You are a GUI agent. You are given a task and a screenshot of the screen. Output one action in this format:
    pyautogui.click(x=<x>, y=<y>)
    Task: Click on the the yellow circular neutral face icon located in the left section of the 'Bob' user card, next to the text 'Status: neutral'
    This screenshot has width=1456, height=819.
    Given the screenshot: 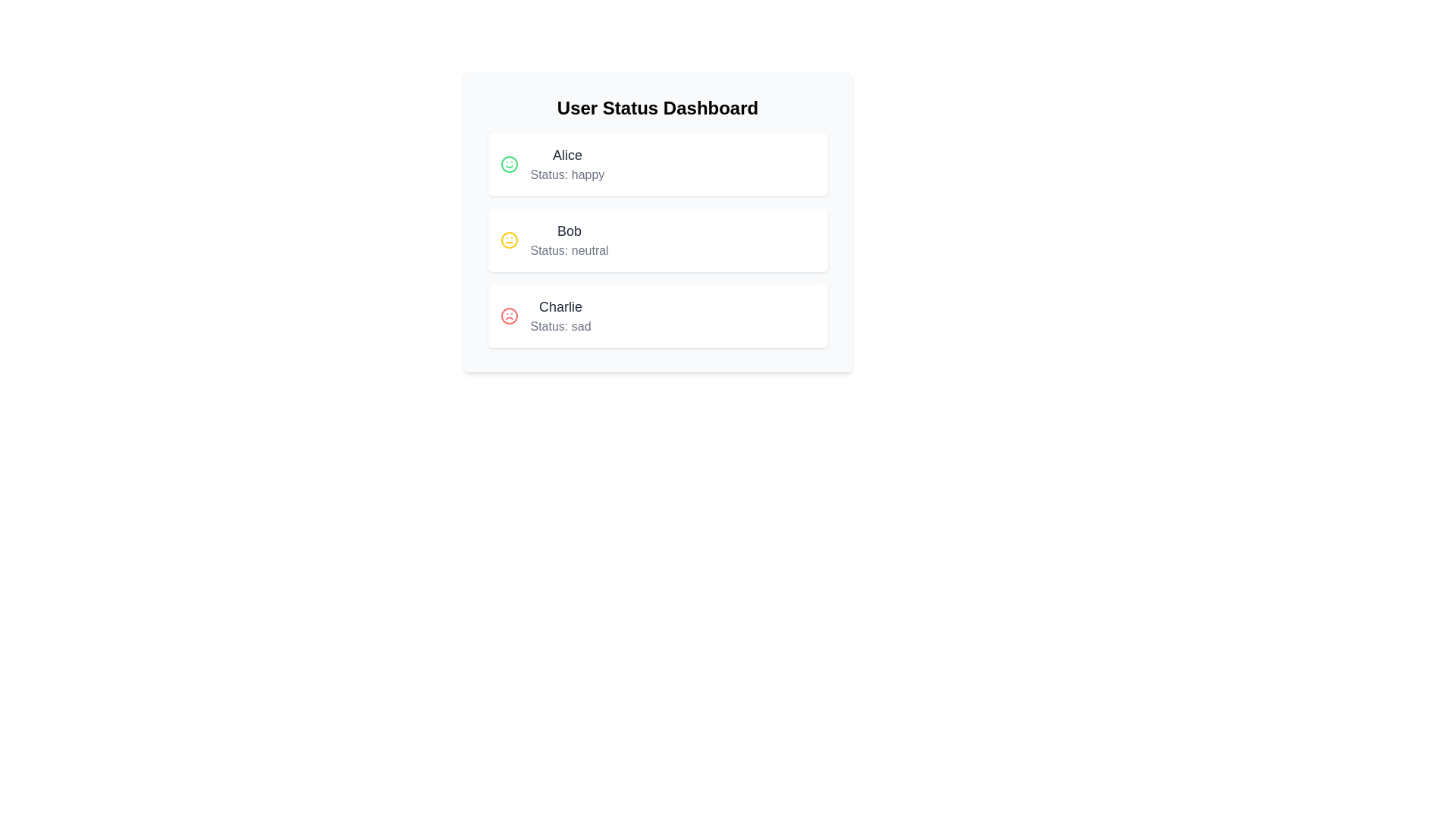 What is the action you would take?
    pyautogui.click(x=509, y=239)
    